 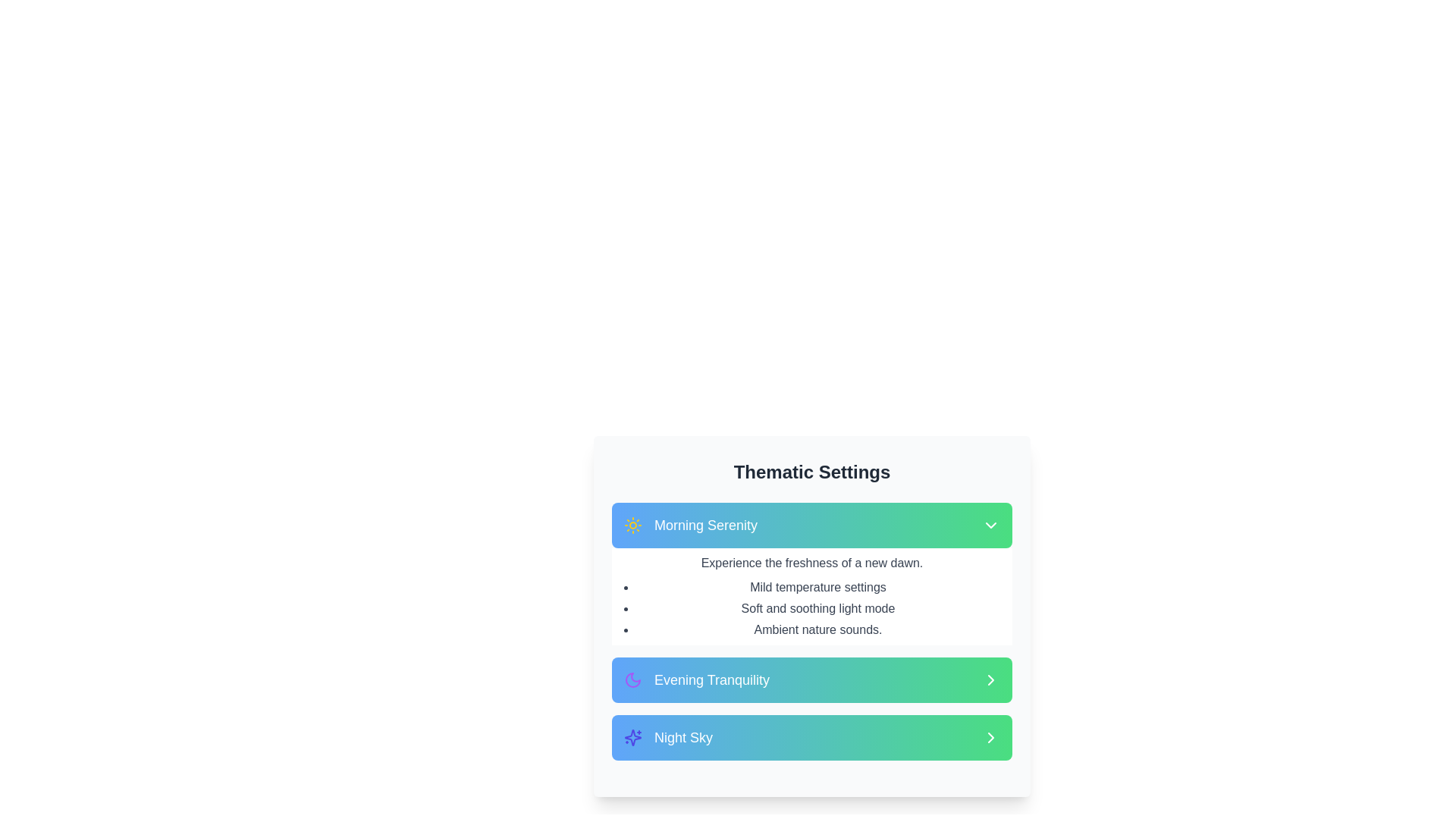 I want to click on the icon indicating the 'Morning Serenity' option located on the left side of the list item, so click(x=633, y=525).